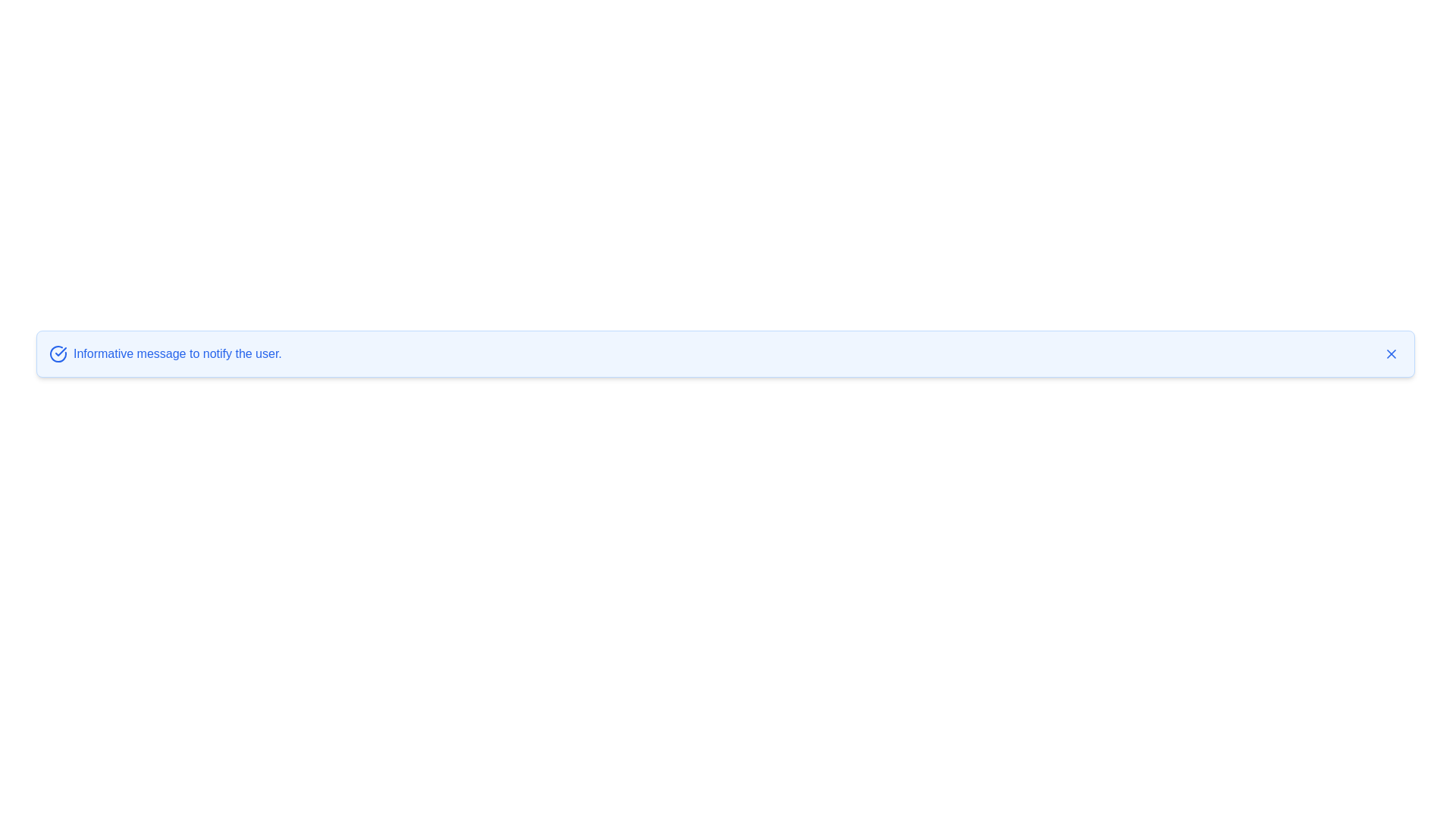 Image resolution: width=1456 pixels, height=819 pixels. Describe the element at coordinates (1391, 353) in the screenshot. I see `the small 'X' icon in the SVG graphic, designed for closing or dismissing elements, located near the right end of the information bar` at that location.